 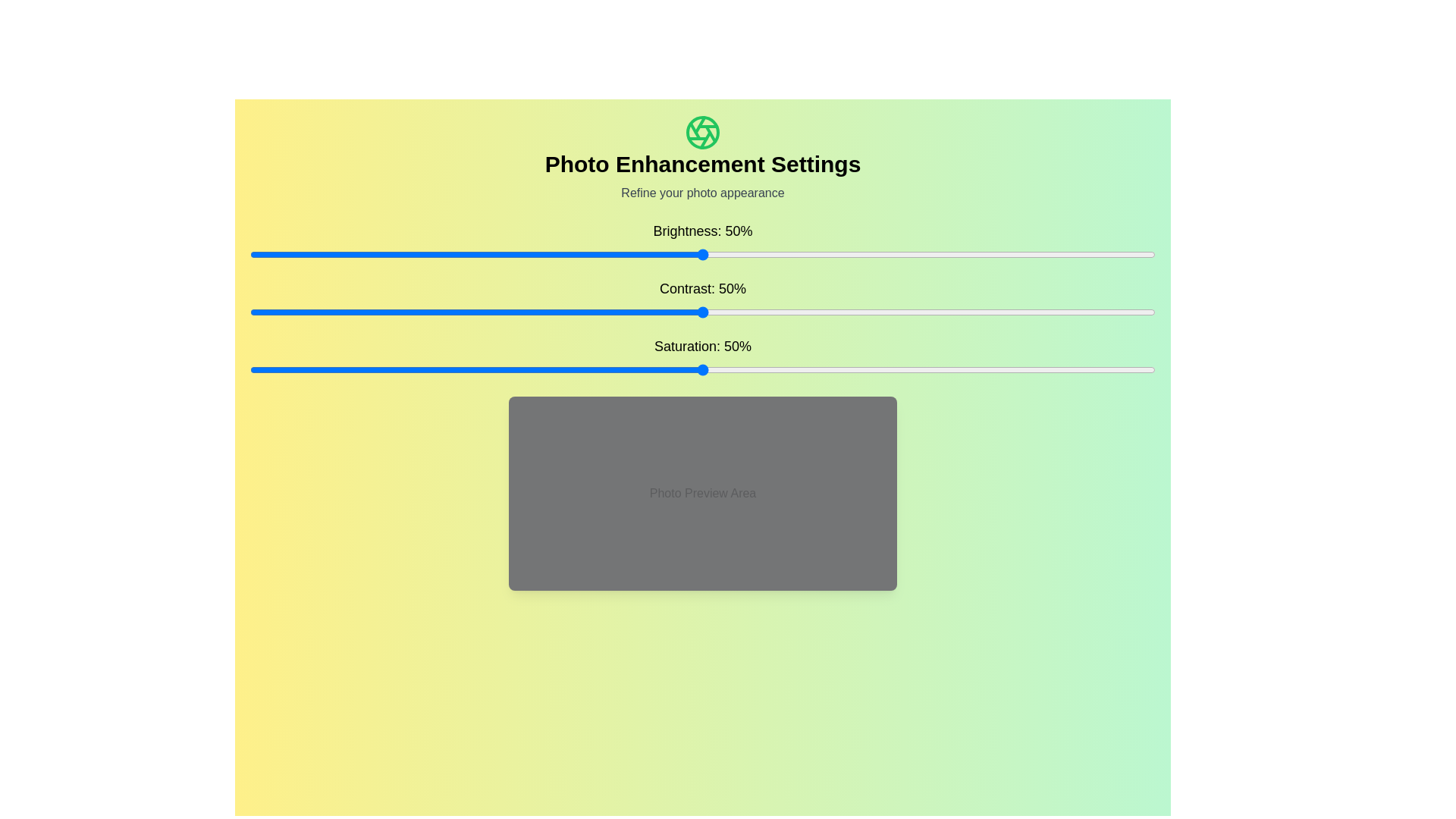 I want to click on the contrast slider to set the contrast to 4%, so click(x=286, y=312).